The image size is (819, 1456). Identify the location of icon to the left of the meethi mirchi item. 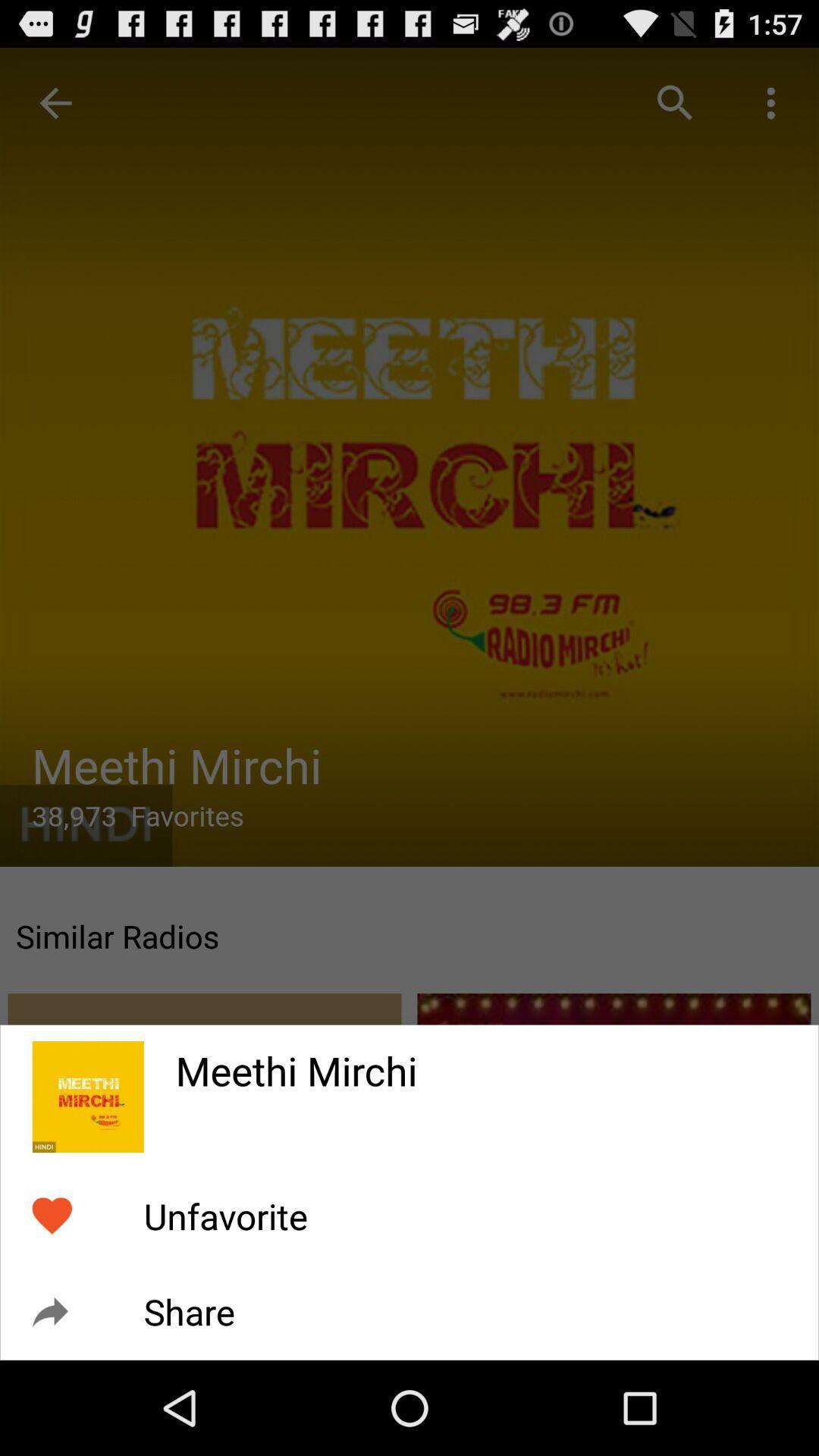
(88, 1097).